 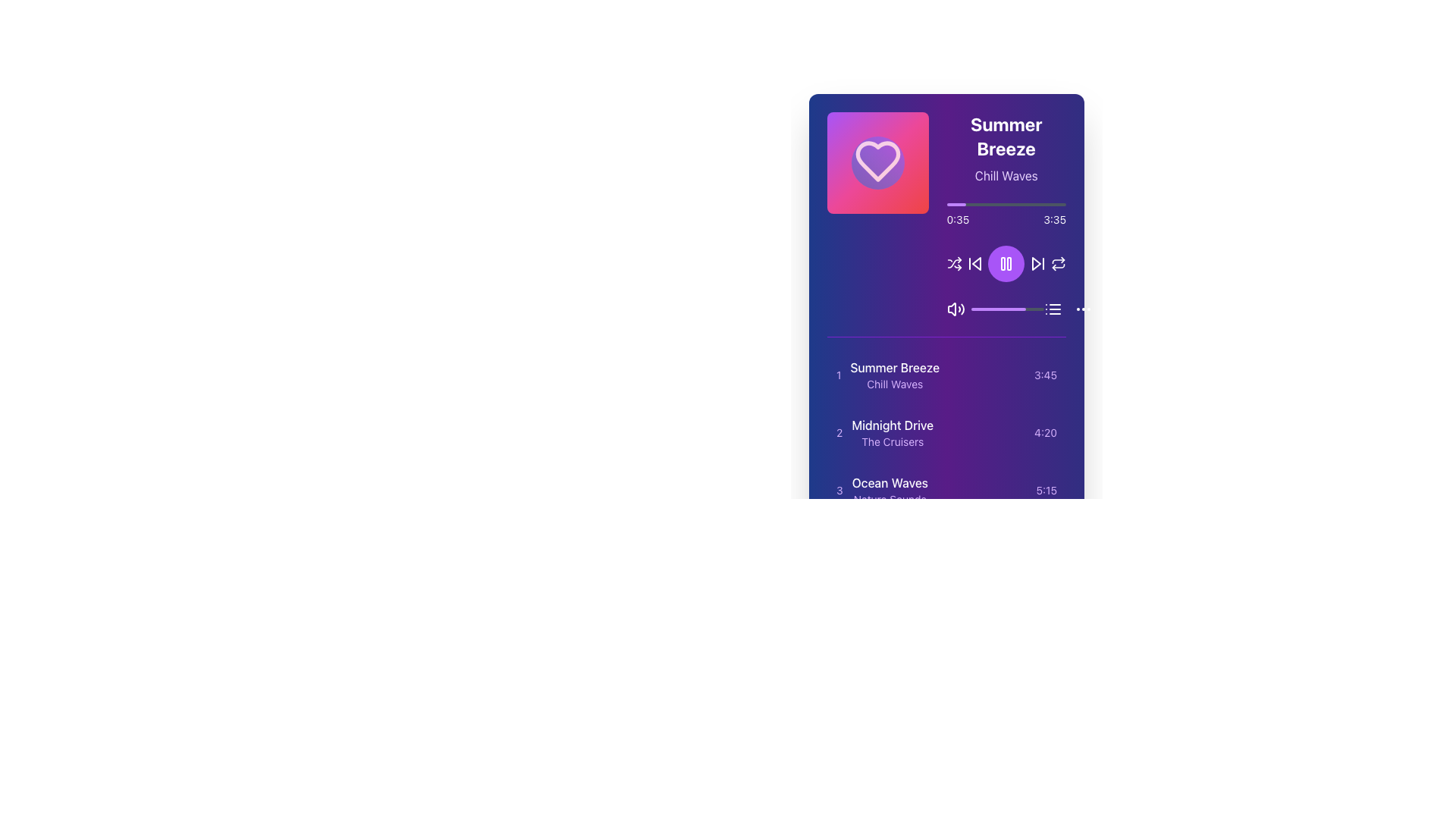 I want to click on the slider value, so click(x=1025, y=309).